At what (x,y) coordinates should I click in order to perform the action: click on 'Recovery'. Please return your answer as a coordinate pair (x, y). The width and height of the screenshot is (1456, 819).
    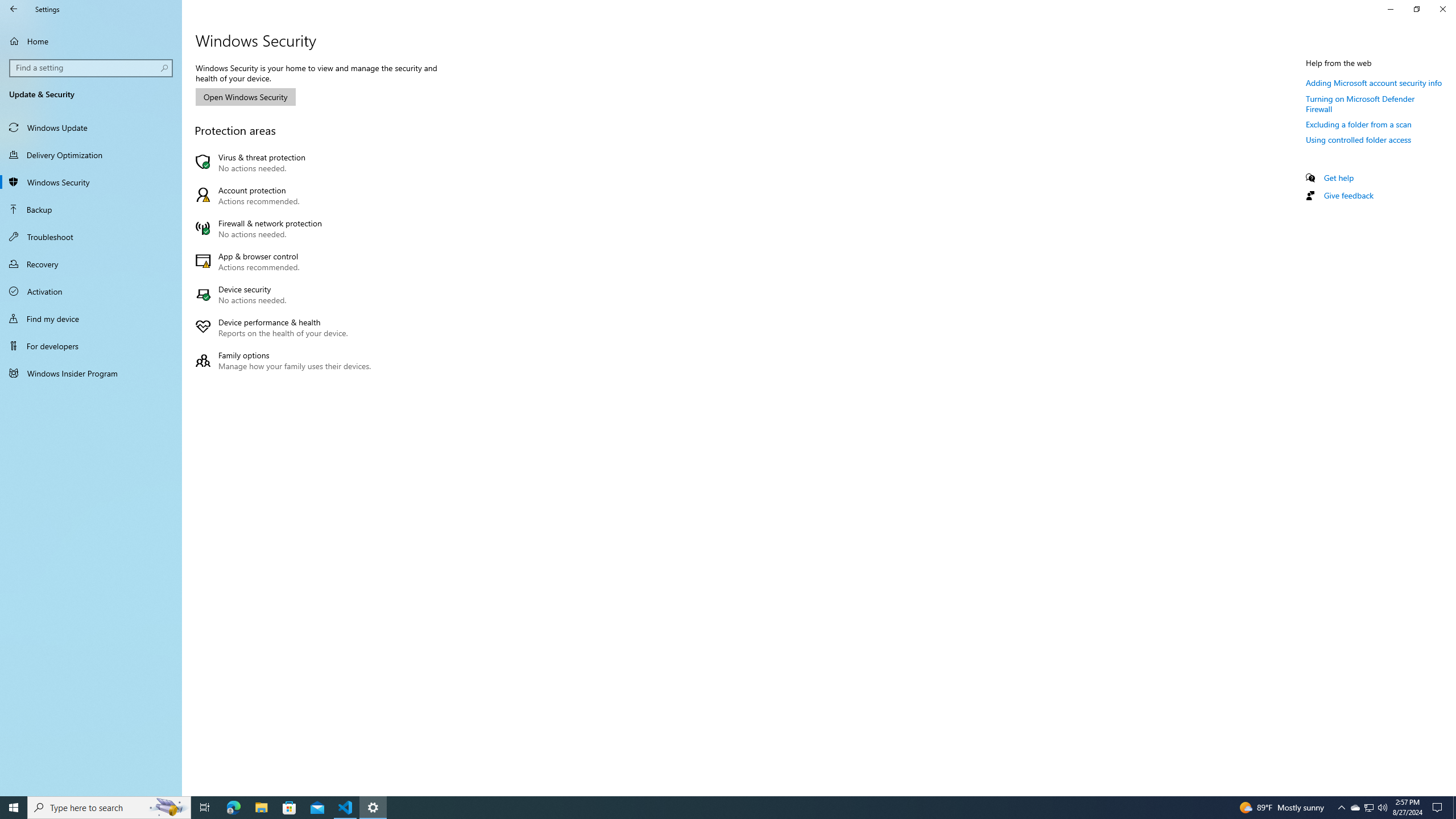
    Looking at the image, I should click on (90, 263).